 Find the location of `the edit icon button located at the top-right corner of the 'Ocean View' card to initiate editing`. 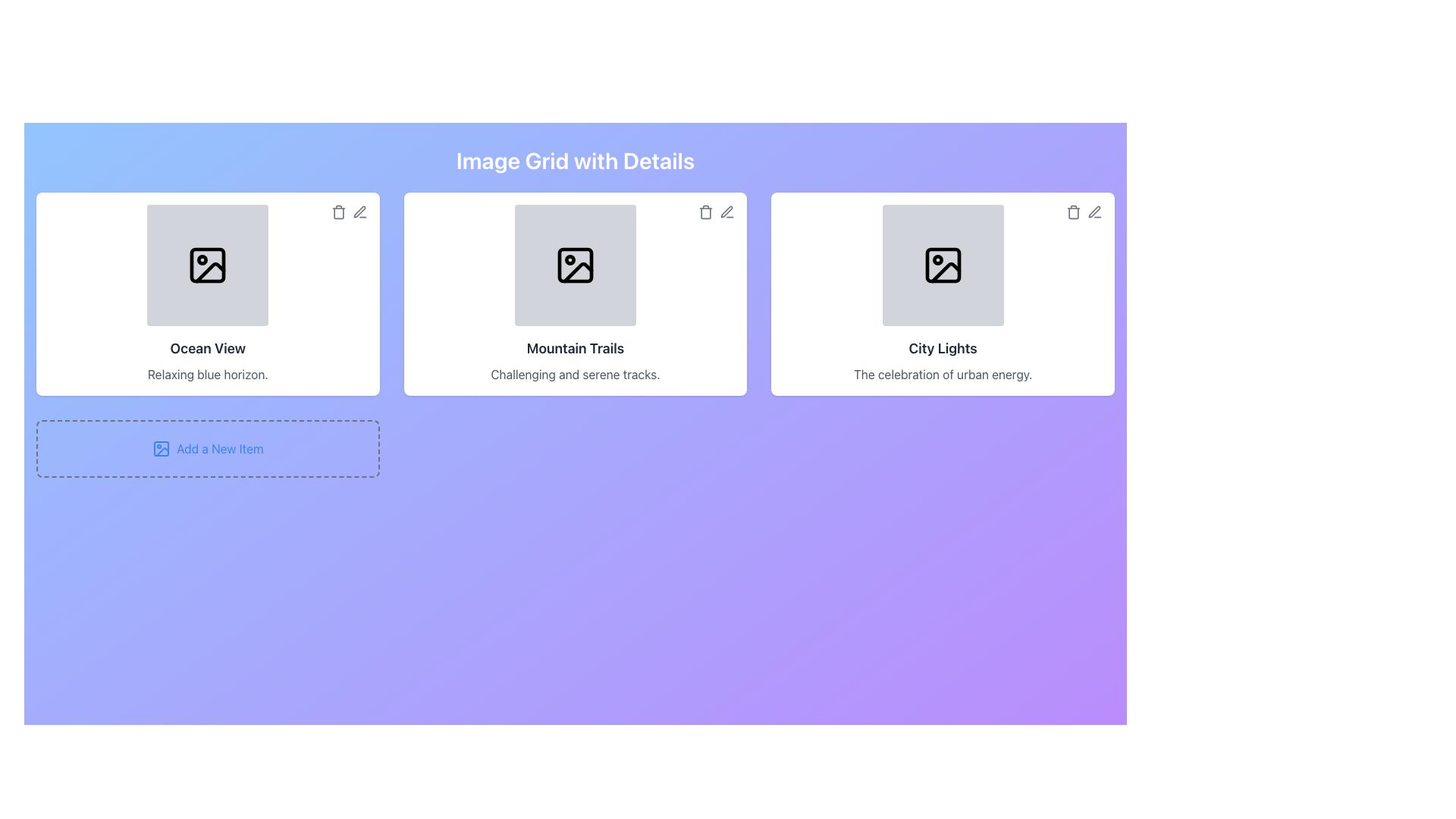

the edit icon button located at the top-right corner of the 'Ocean View' card to initiate editing is located at coordinates (359, 212).